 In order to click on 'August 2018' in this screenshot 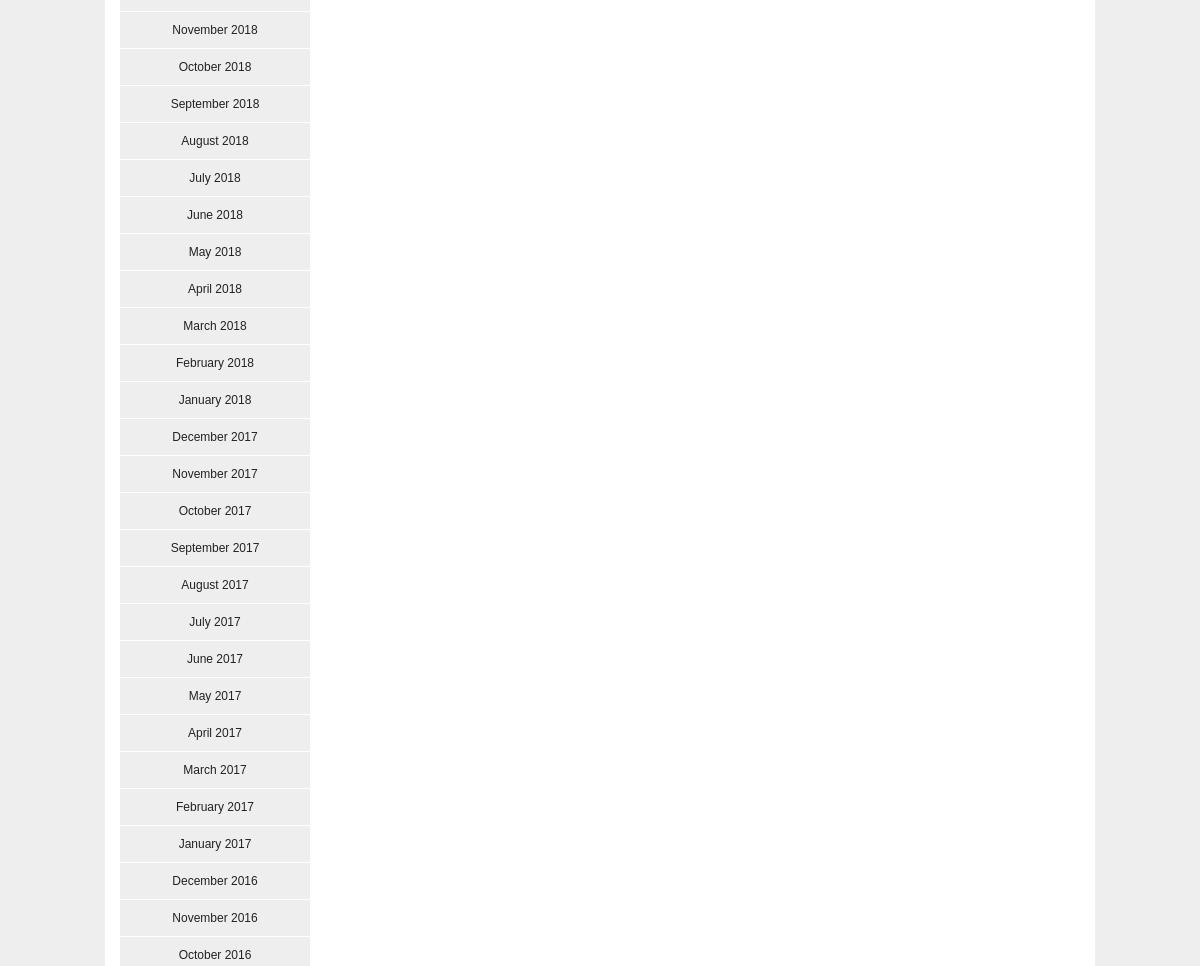, I will do `click(213, 140)`.